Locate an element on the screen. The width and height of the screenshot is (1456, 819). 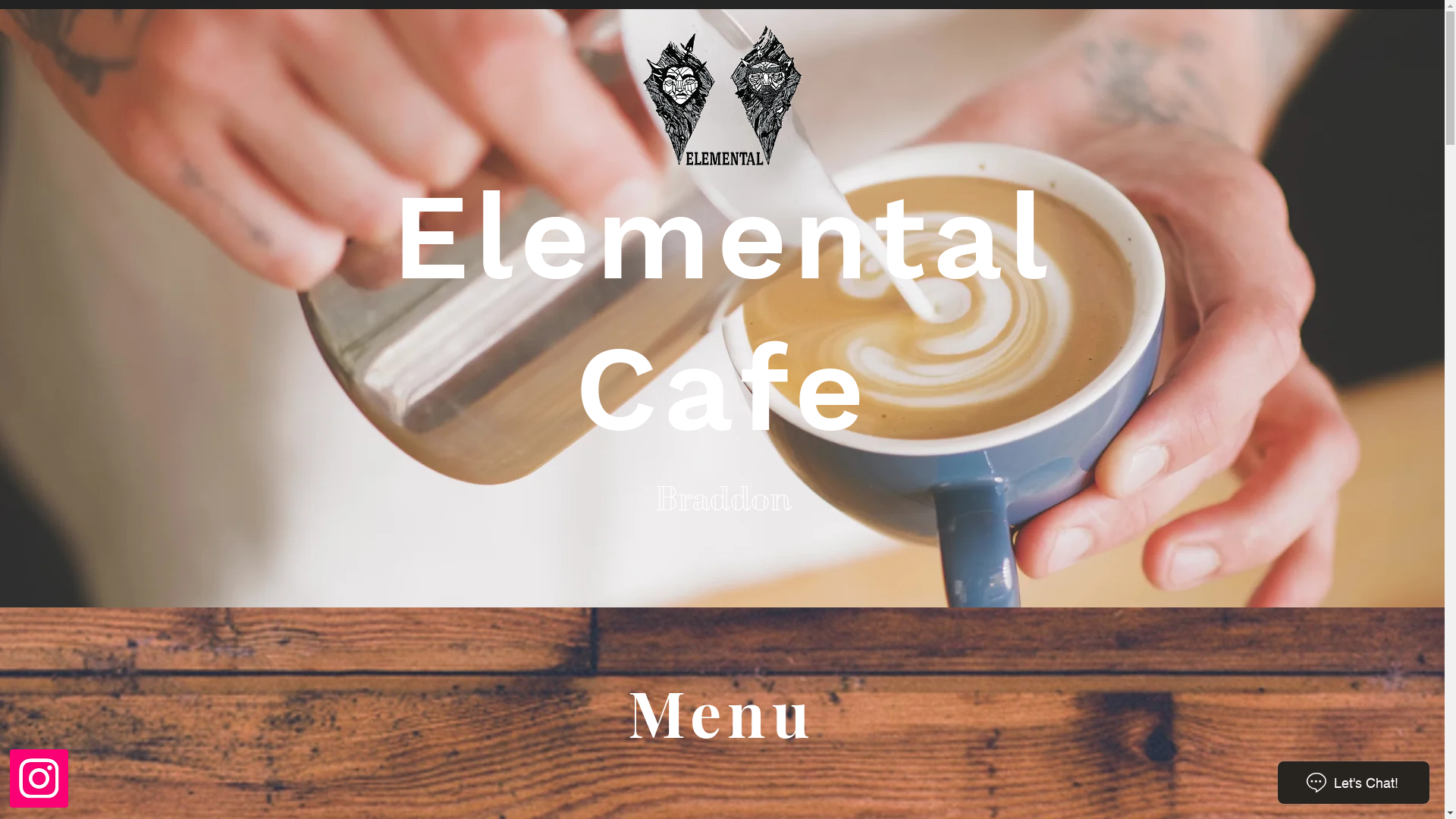
'Elemental Logo No background.png' is located at coordinates (722, 98).